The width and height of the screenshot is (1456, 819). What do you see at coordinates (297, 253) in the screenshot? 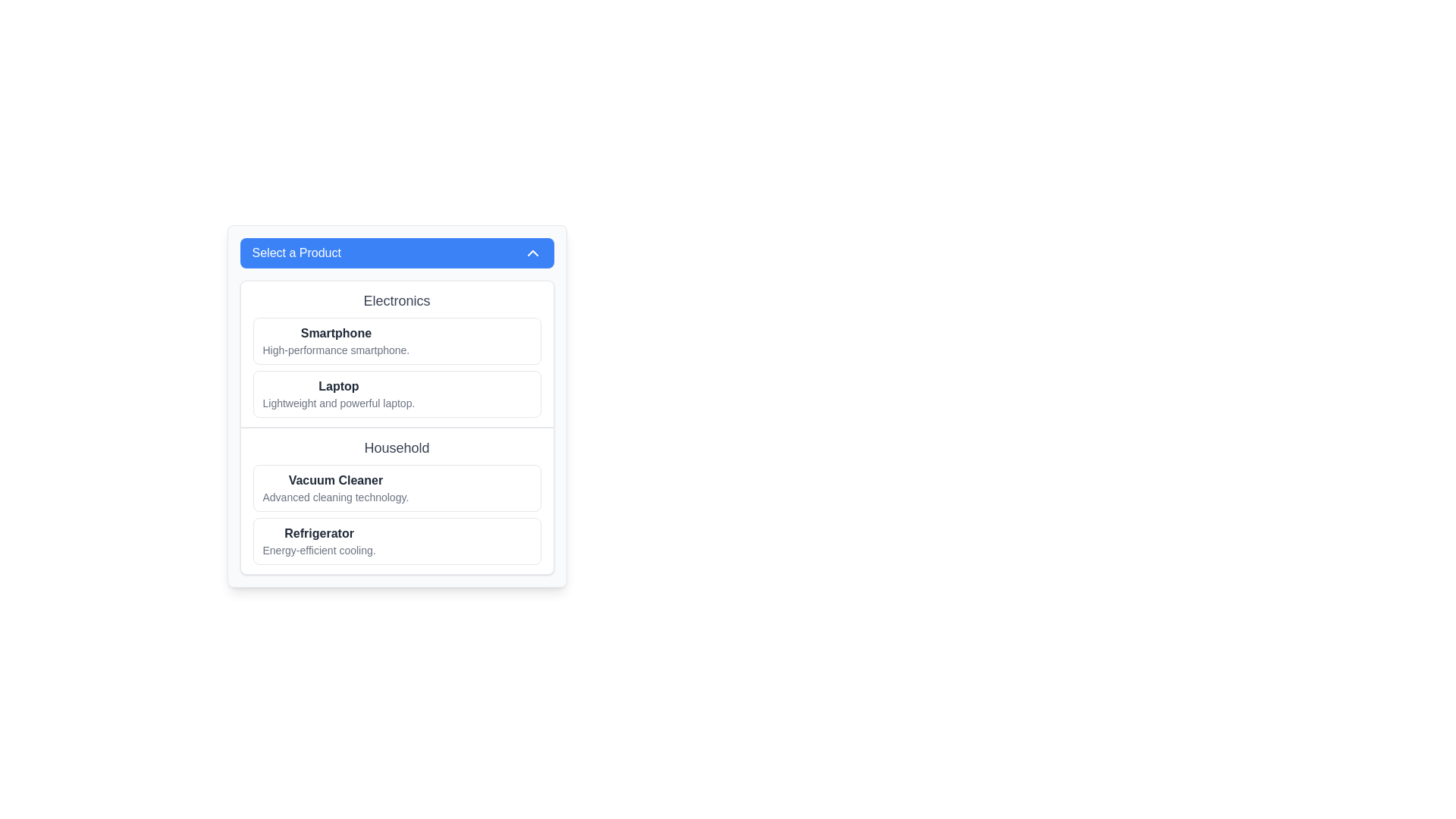
I see `the text label that indicates the purpose of the dropdown section, located near the top of the dropdown menu and to the left of the arrow icon` at bounding box center [297, 253].